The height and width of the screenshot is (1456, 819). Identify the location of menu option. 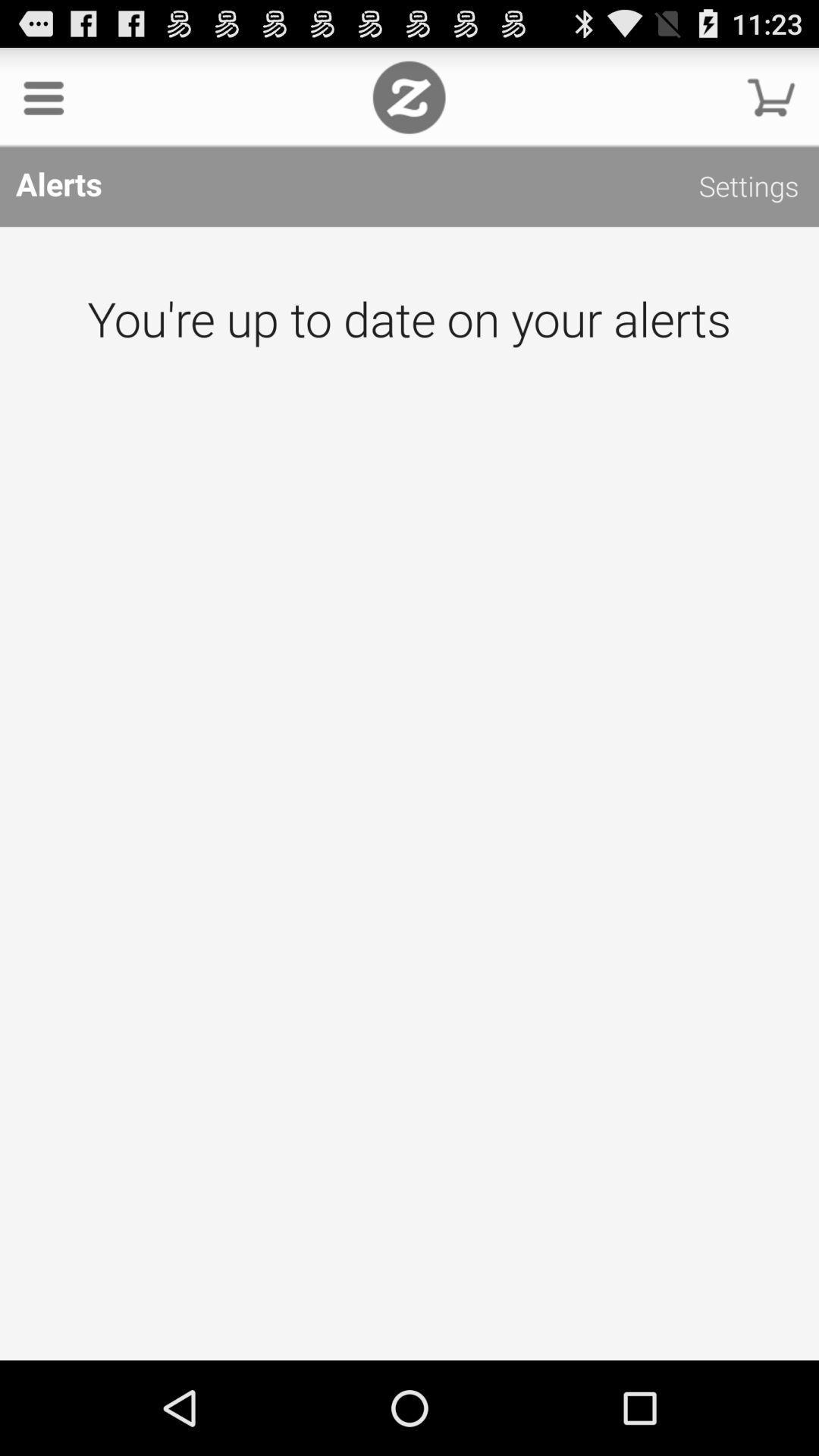
(42, 96).